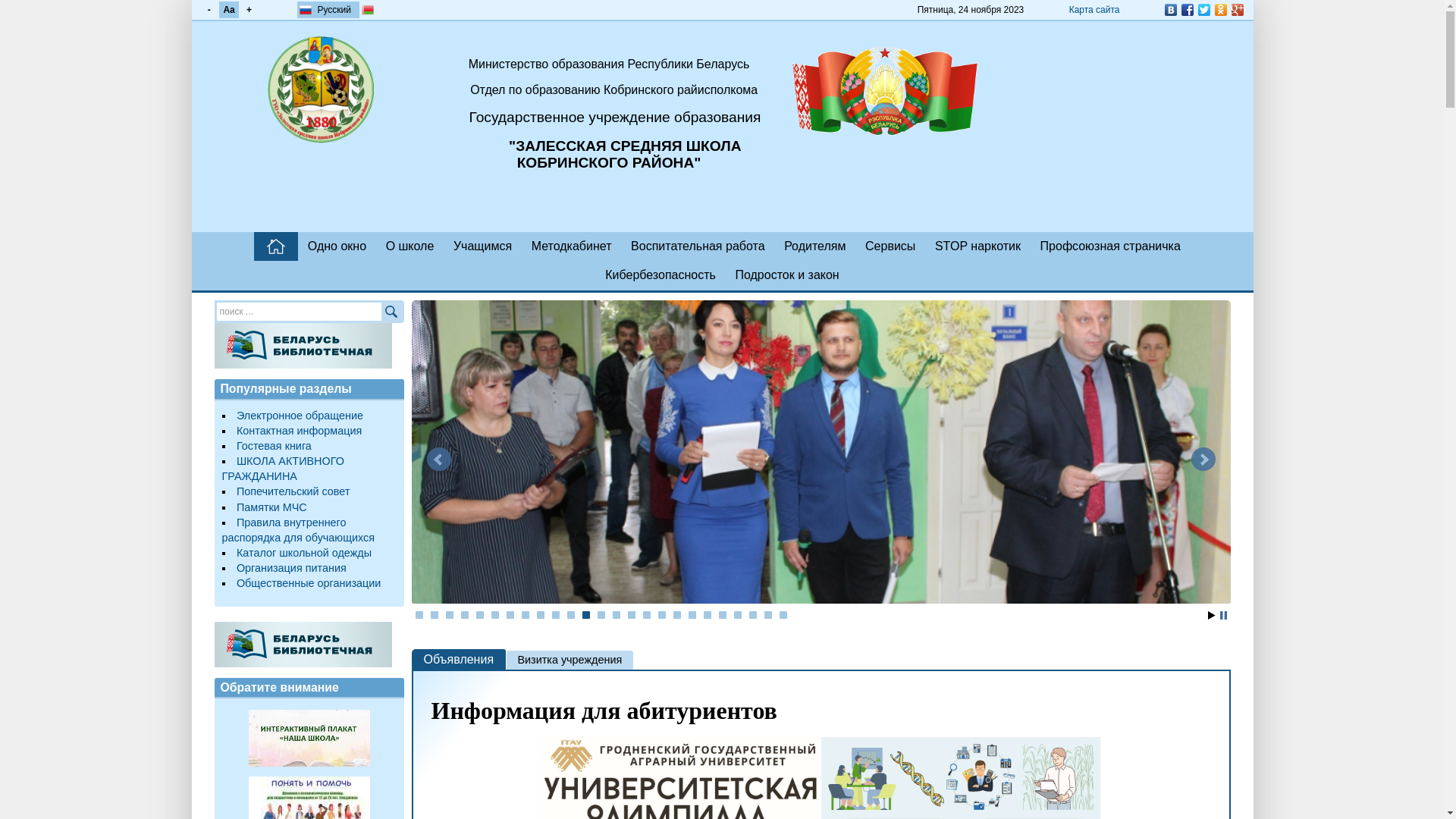  I want to click on '-', so click(207, 9).